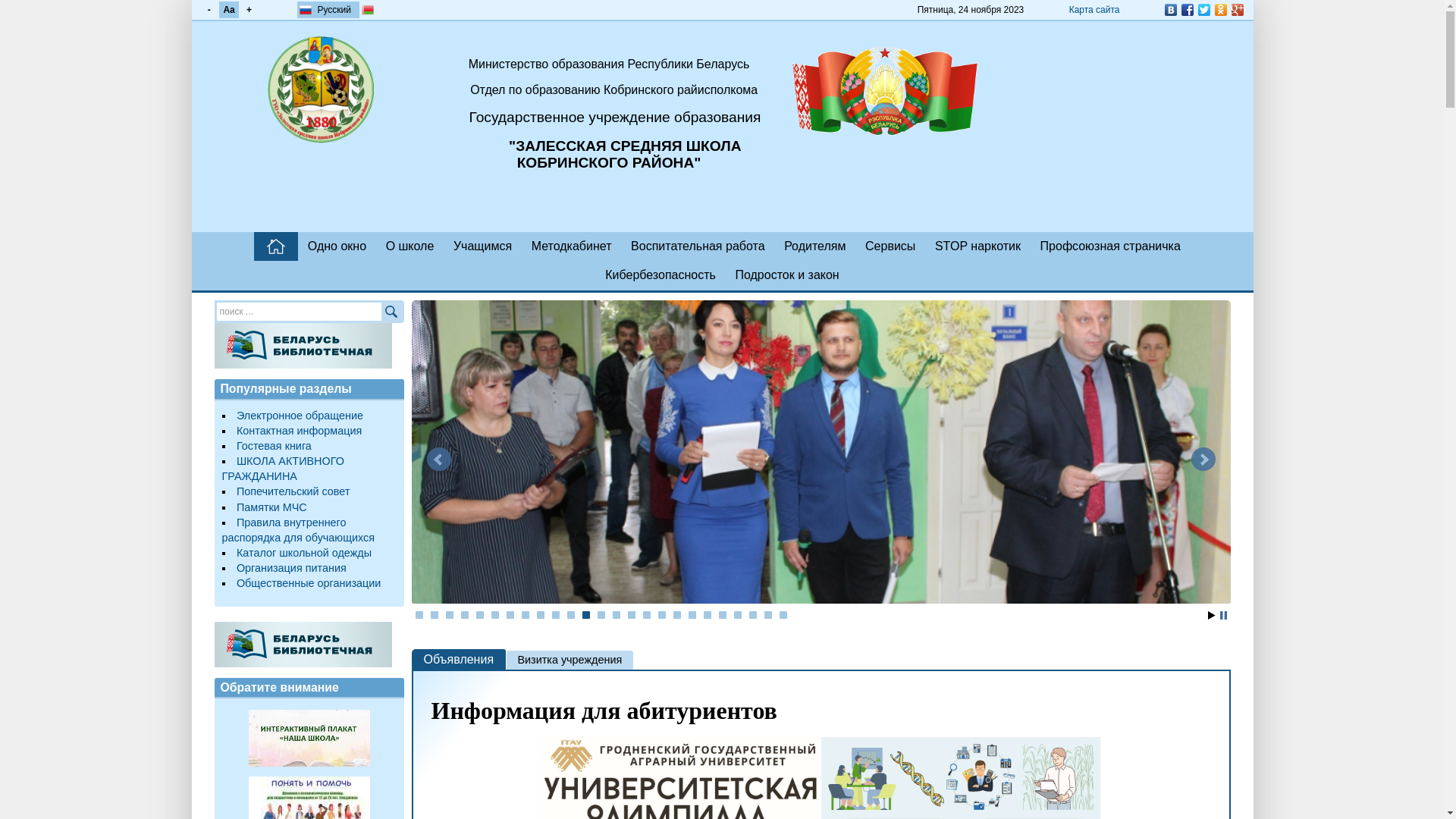  I want to click on '-', so click(207, 9).